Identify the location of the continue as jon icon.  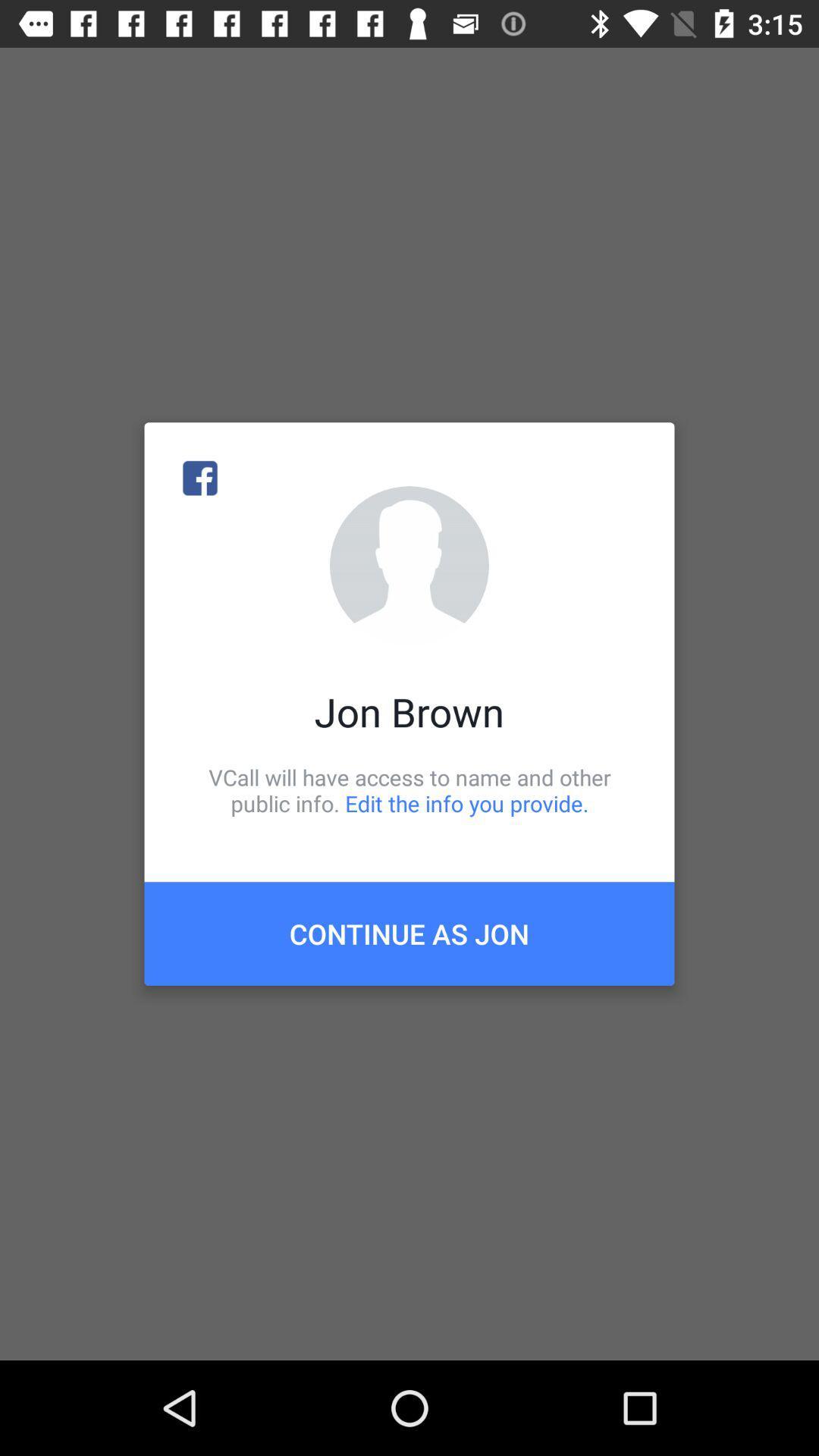
(409, 933).